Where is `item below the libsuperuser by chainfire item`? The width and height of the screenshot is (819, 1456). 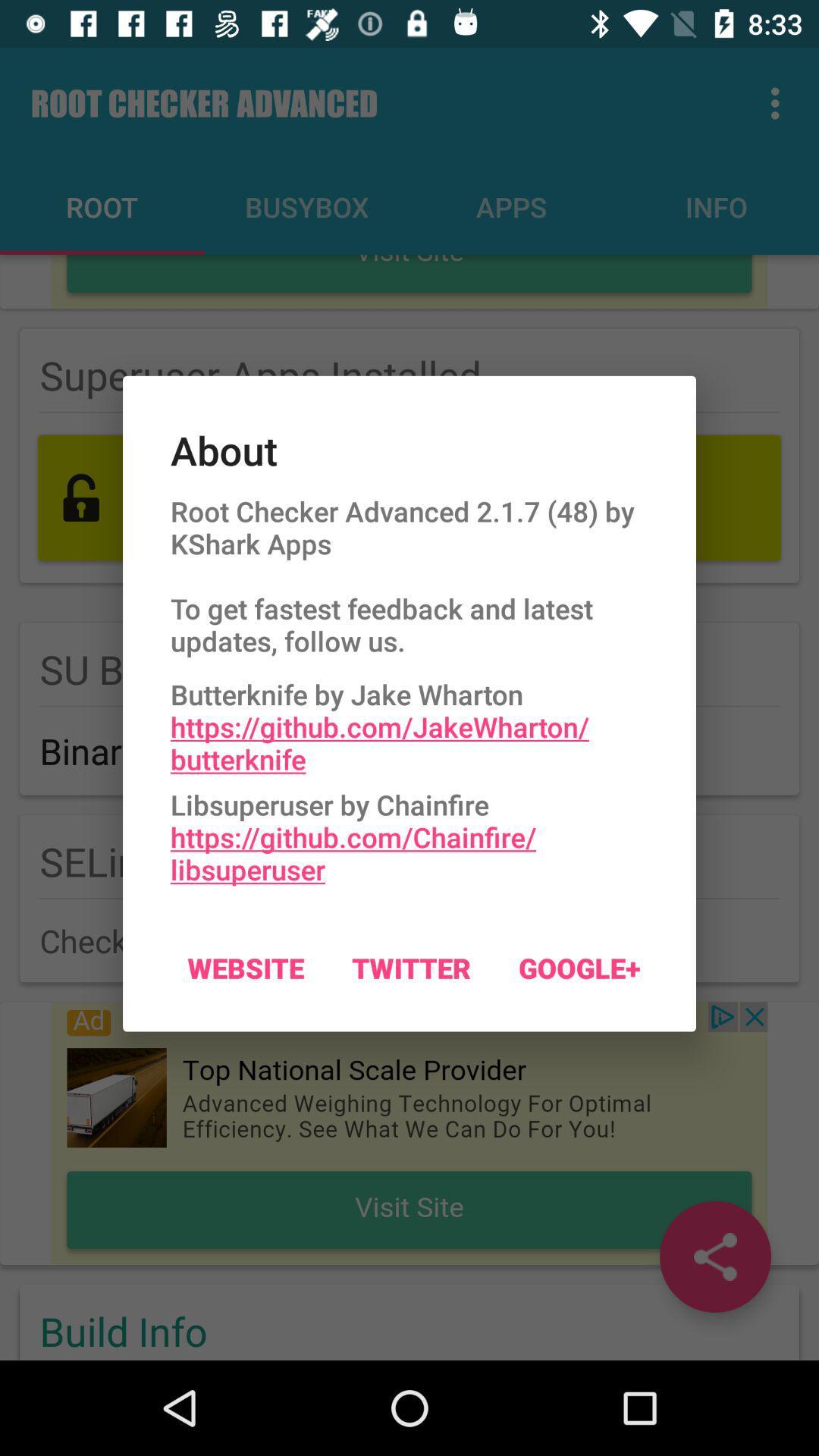 item below the libsuperuser by chainfire item is located at coordinates (579, 967).